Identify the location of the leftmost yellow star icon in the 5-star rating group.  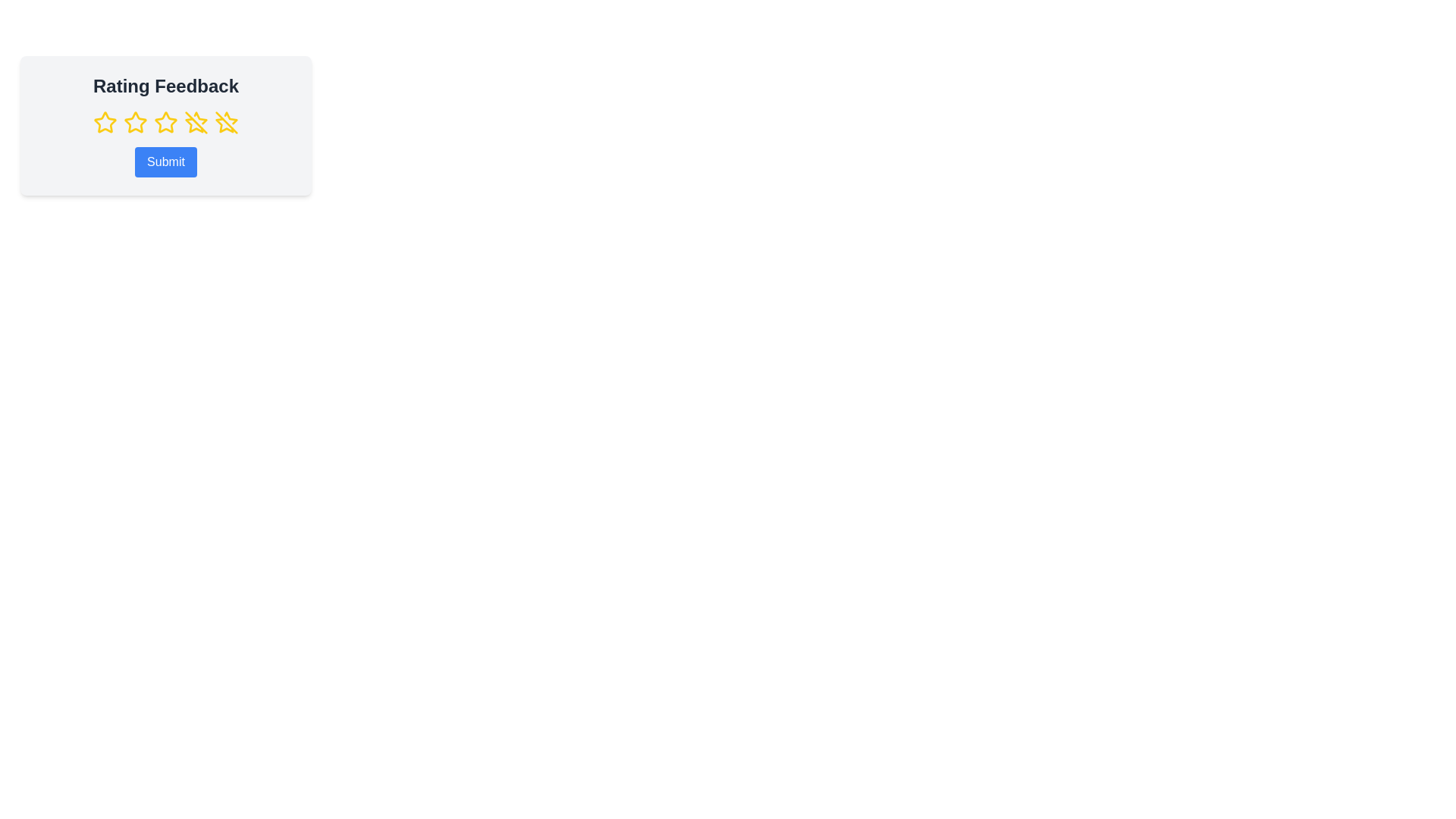
(105, 122).